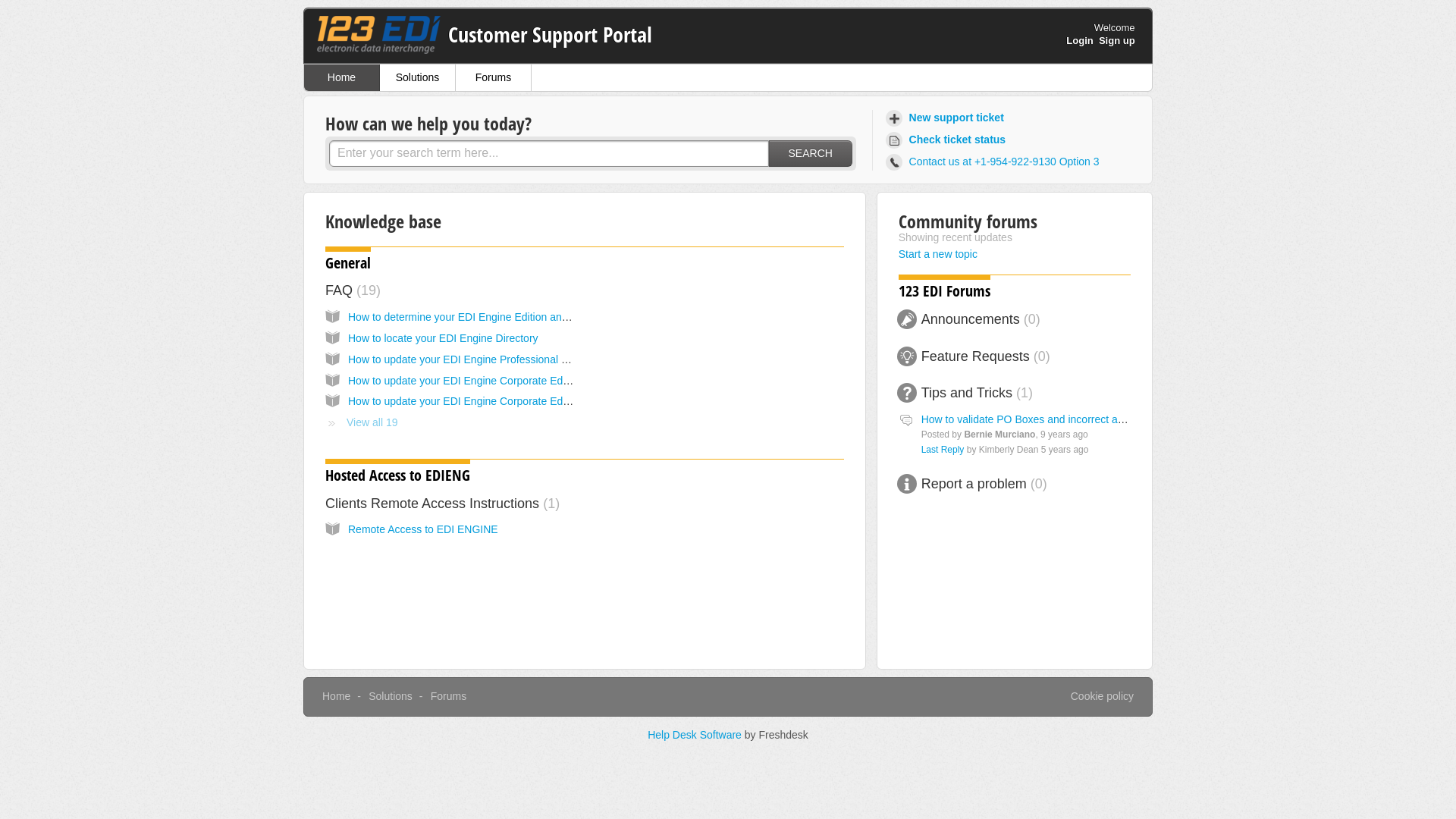 Image resolution: width=1456 pixels, height=819 pixels. What do you see at coordinates (981, 318) in the screenshot?
I see `'Announcements 0'` at bounding box center [981, 318].